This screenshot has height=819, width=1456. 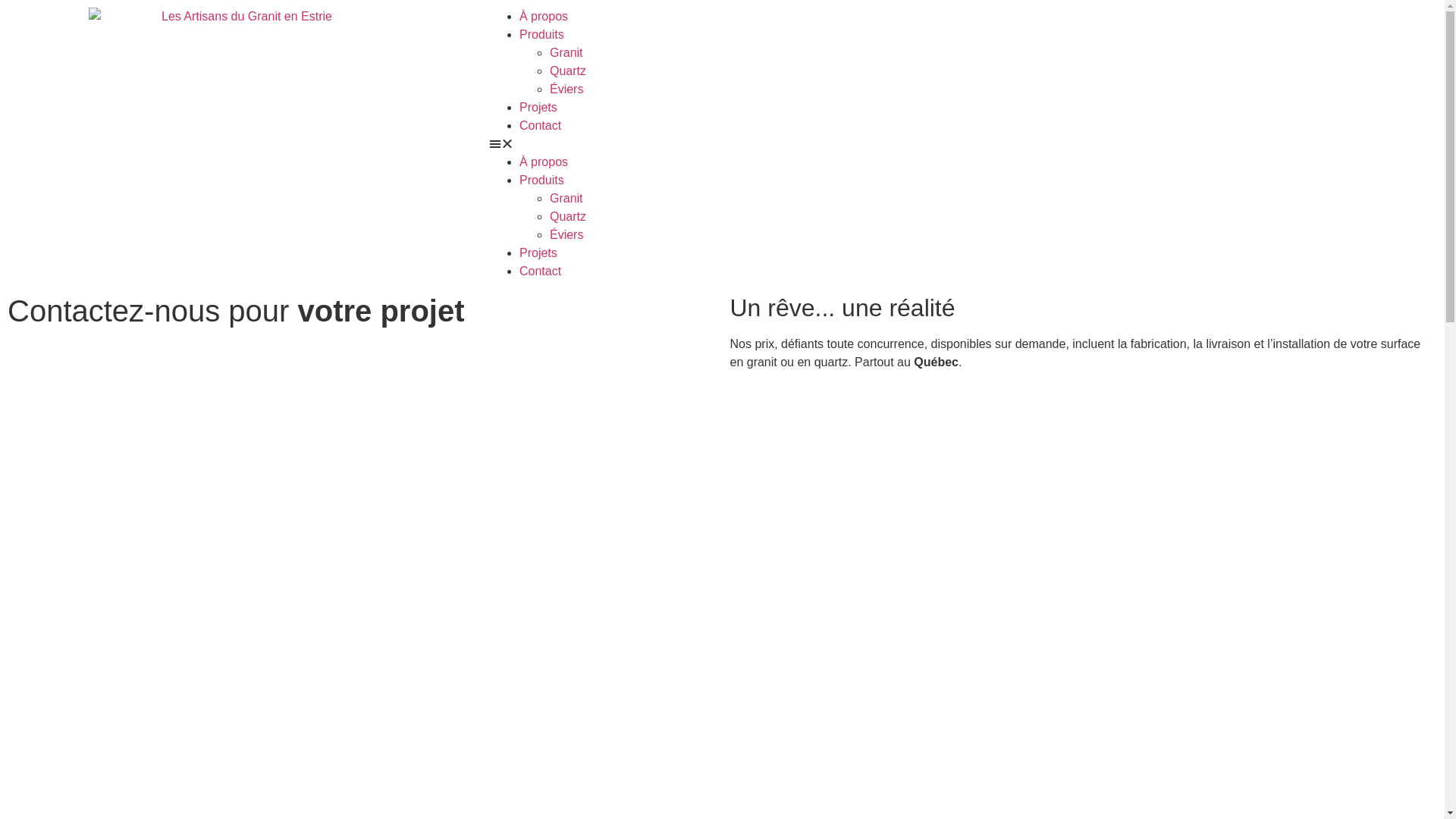 I want to click on 'Projets', so click(x=538, y=252).